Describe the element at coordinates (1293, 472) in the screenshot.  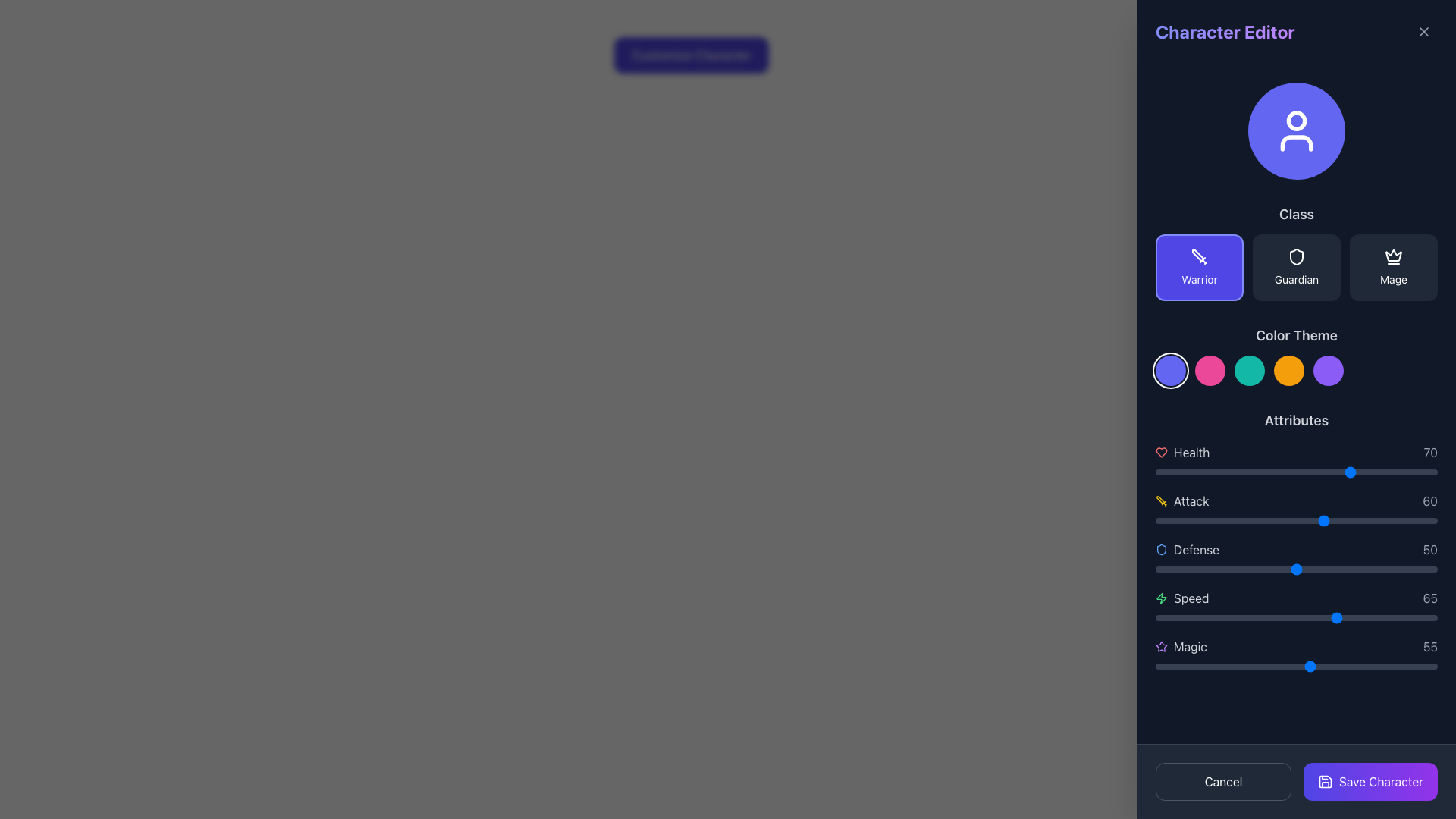
I see `health level` at that location.